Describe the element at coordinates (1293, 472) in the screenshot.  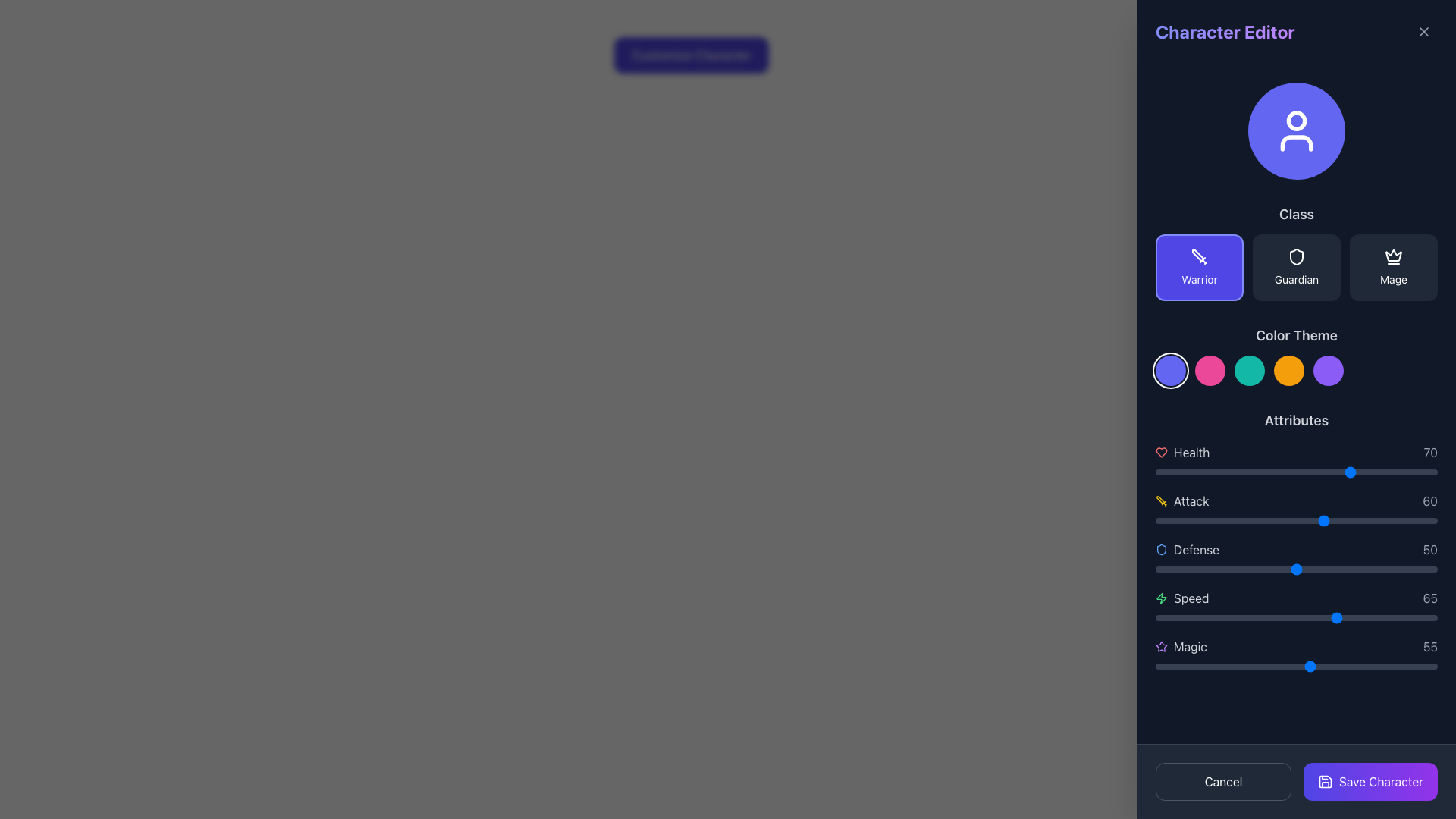
I see `health level` at that location.